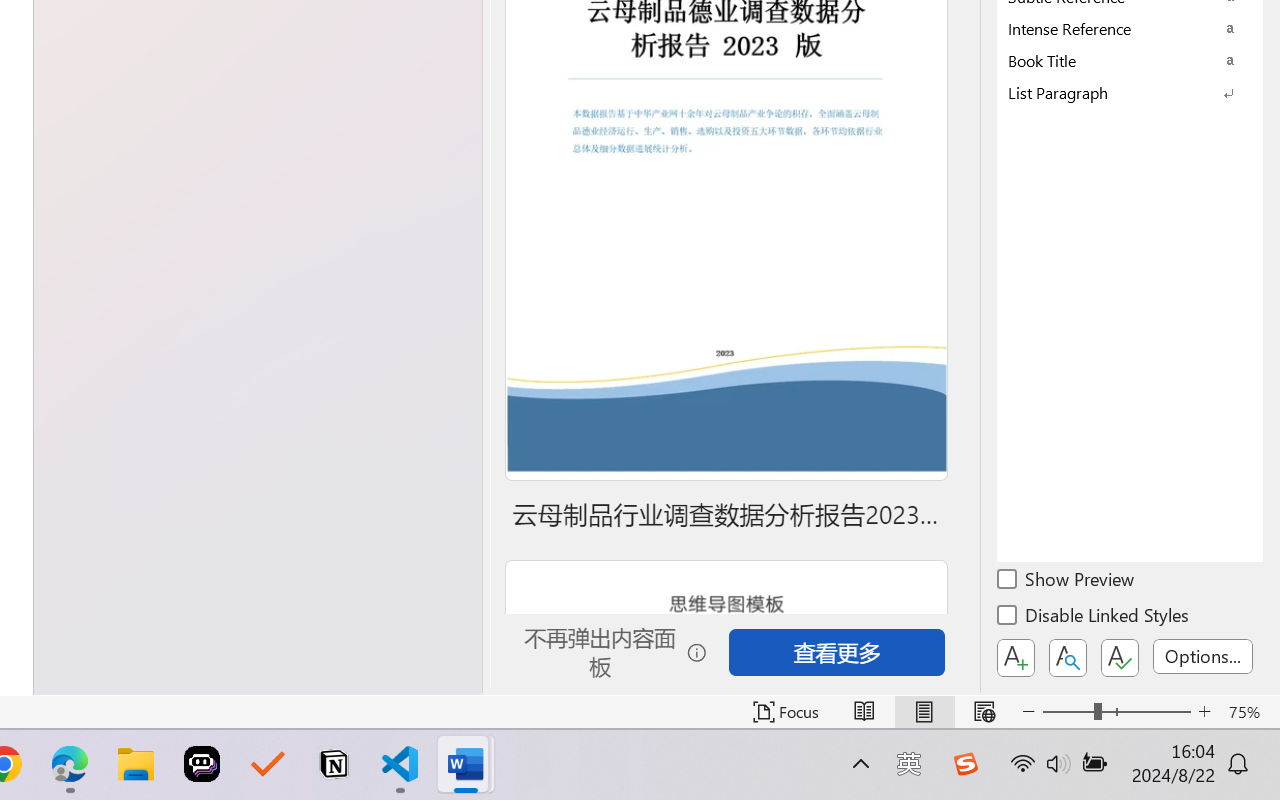 The height and width of the screenshot is (800, 1280). Describe the element at coordinates (1130, 28) in the screenshot. I see `'Intense Reference'` at that location.